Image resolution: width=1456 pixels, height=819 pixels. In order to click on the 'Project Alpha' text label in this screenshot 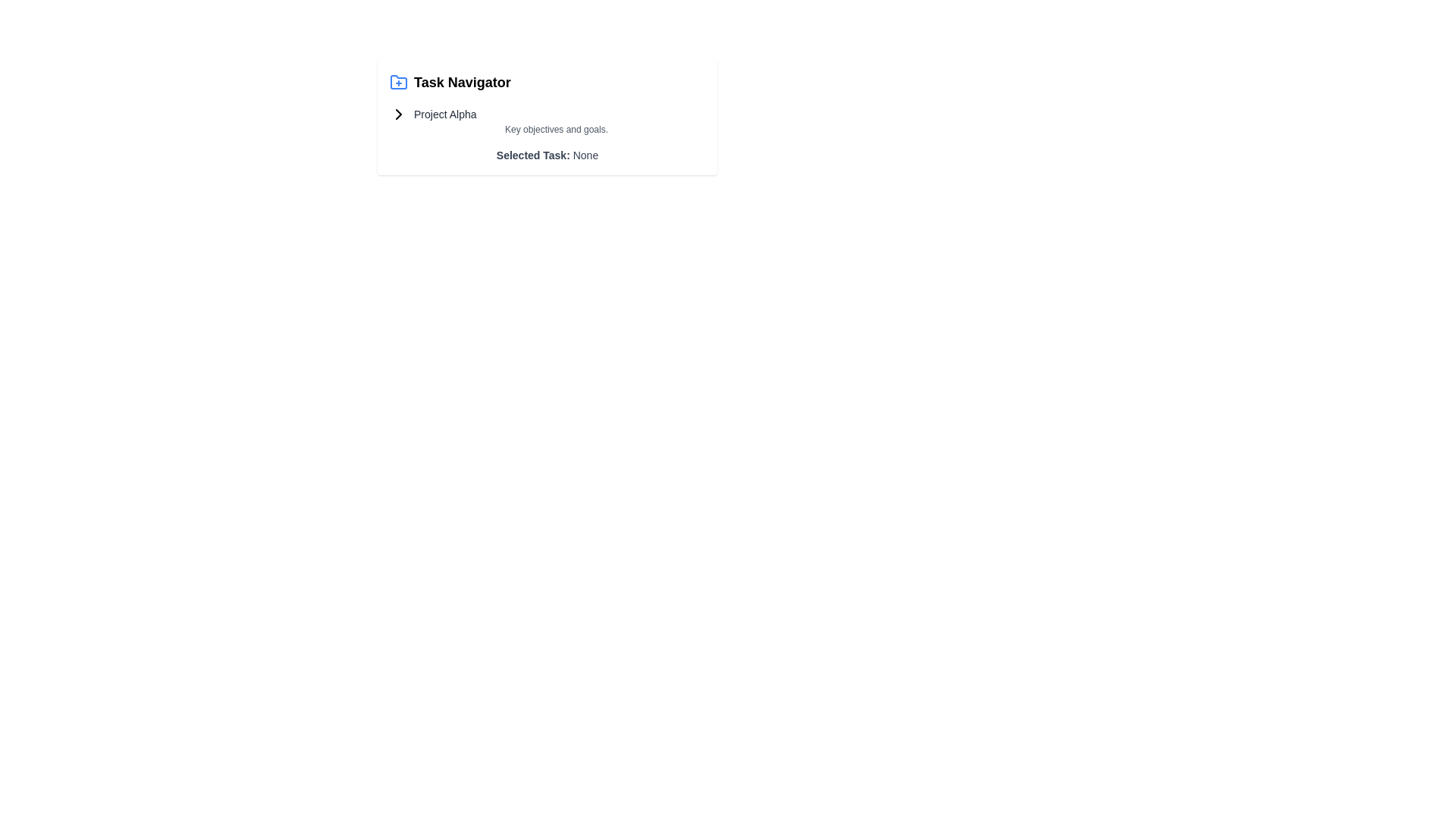, I will do `click(444, 113)`.